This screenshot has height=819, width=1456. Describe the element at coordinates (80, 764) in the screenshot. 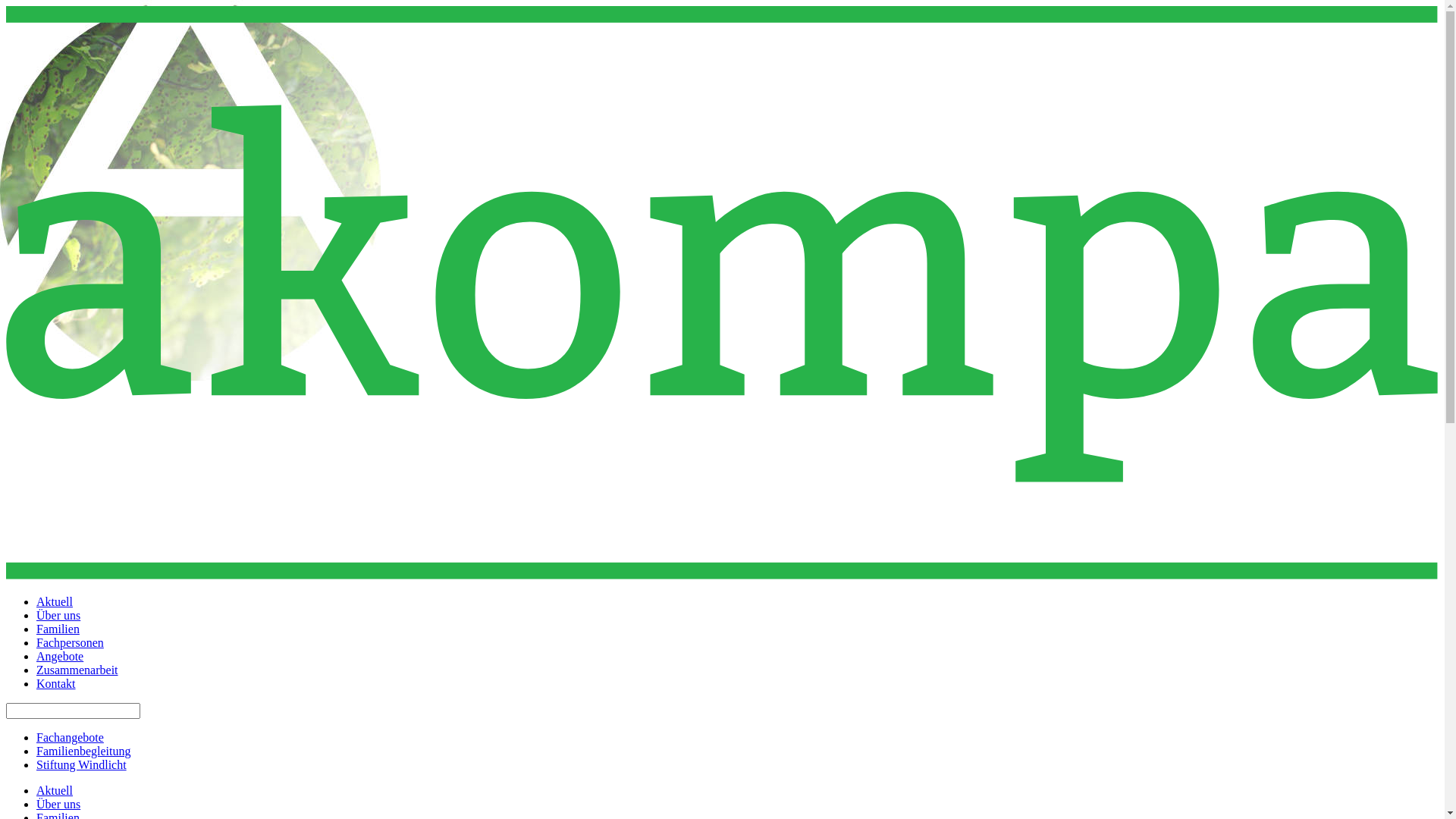

I see `'Stiftung Windlicht'` at that location.